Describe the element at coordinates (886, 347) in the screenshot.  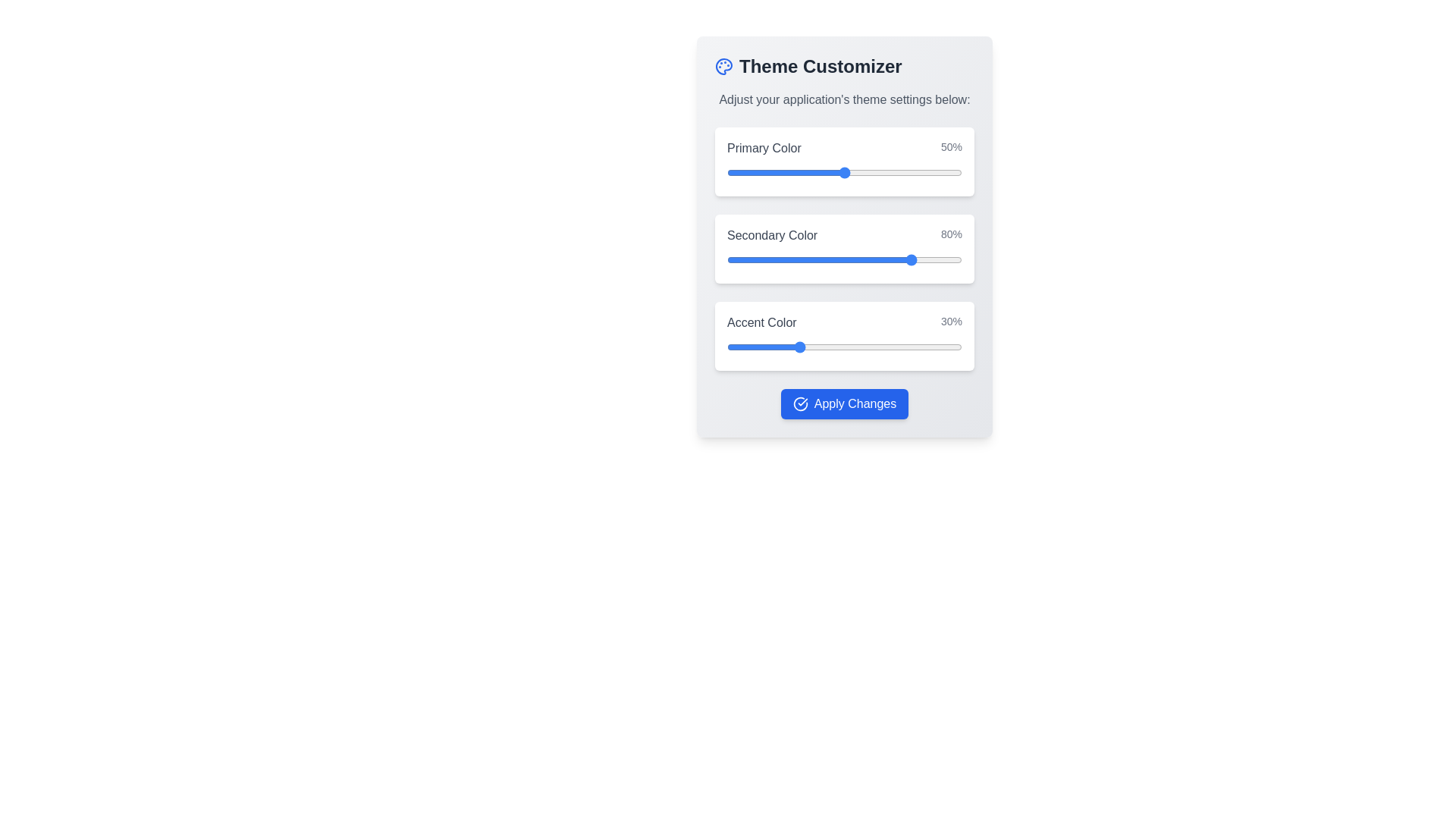
I see `the accent color percentage` at that location.